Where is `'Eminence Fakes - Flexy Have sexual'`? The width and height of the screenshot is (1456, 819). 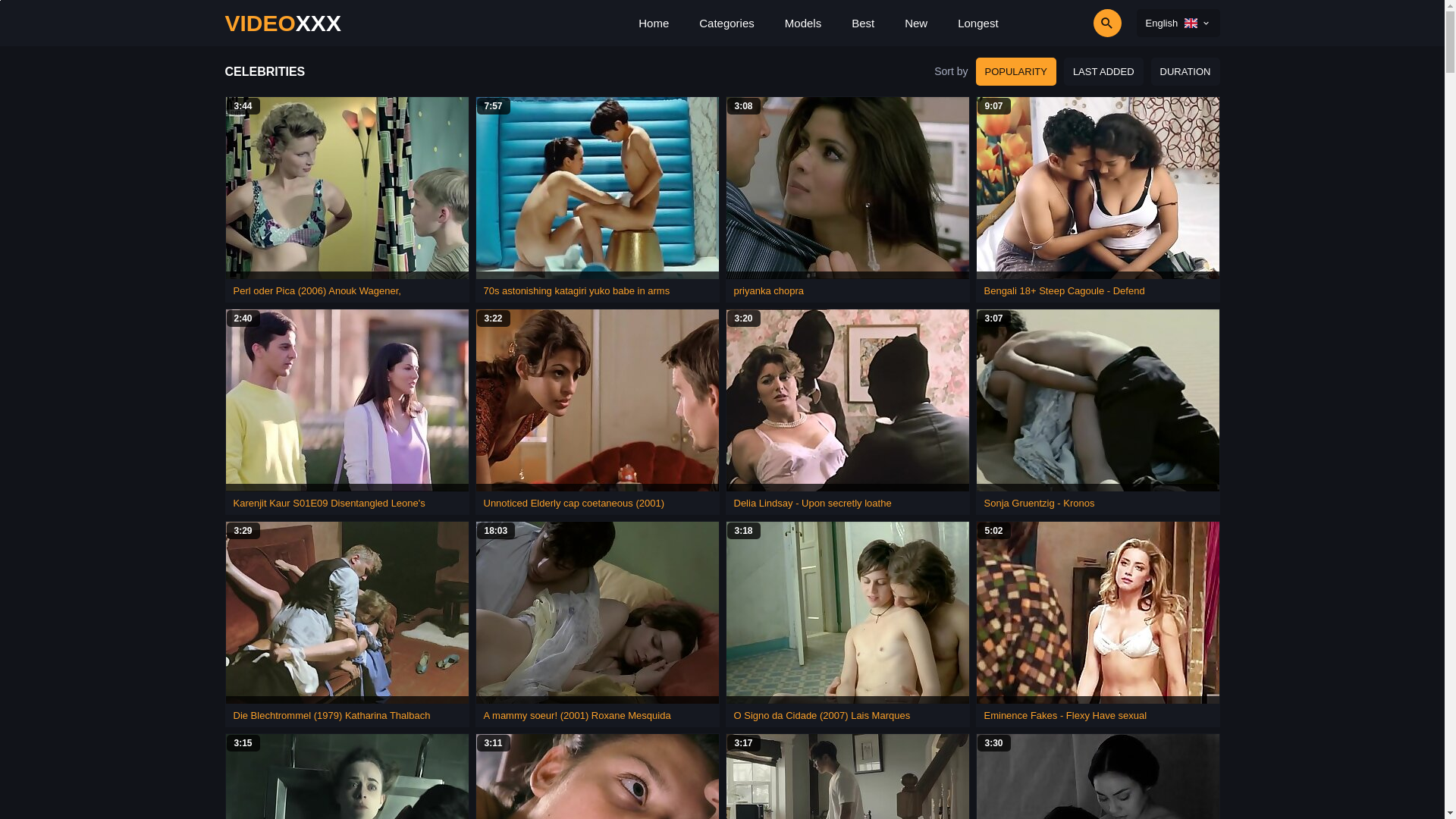
'Eminence Fakes - Flexy Have sexual' is located at coordinates (1065, 715).